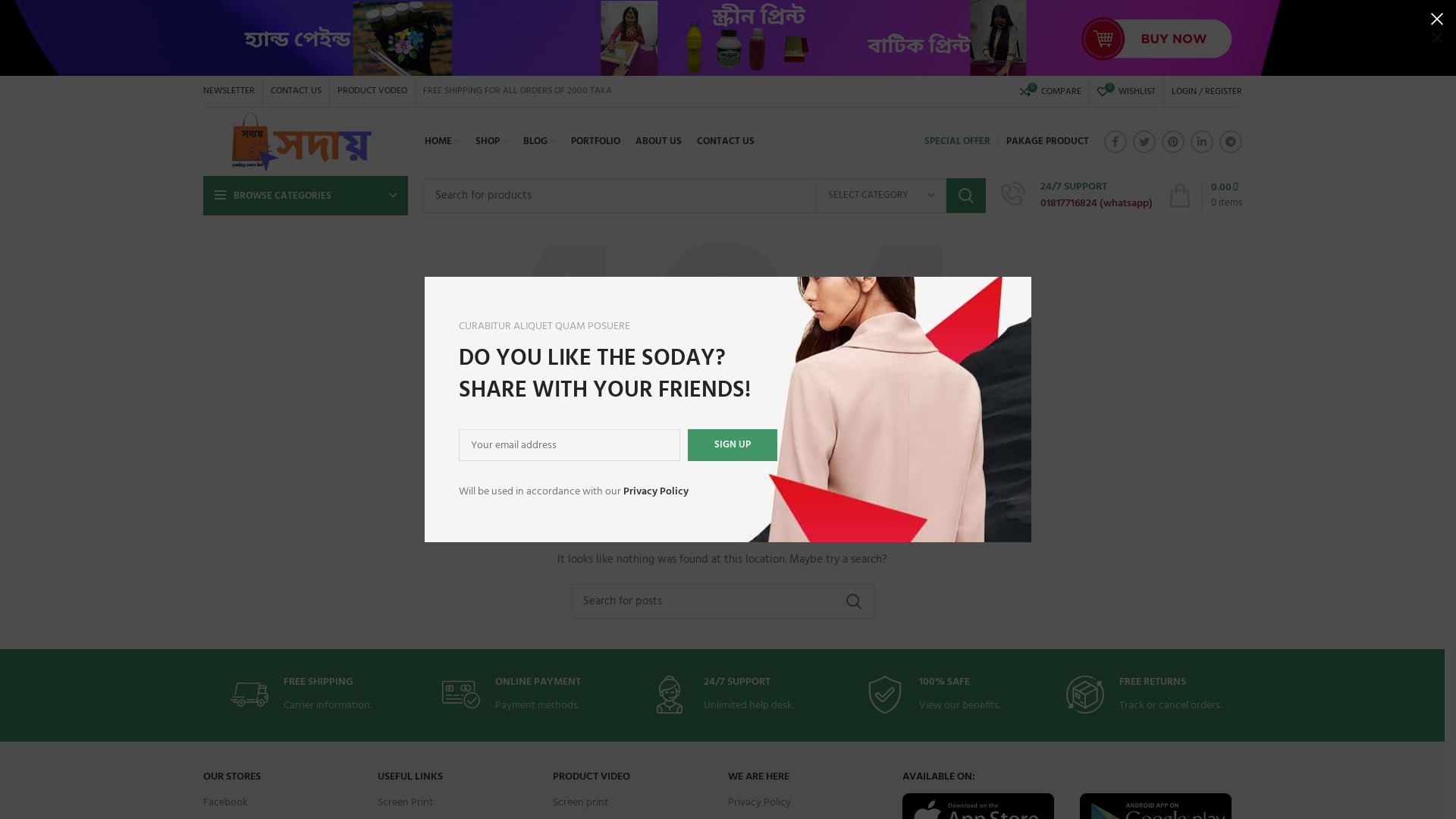  Describe the element at coordinates (723, 141) in the screenshot. I see `'CONTACT US'` at that location.